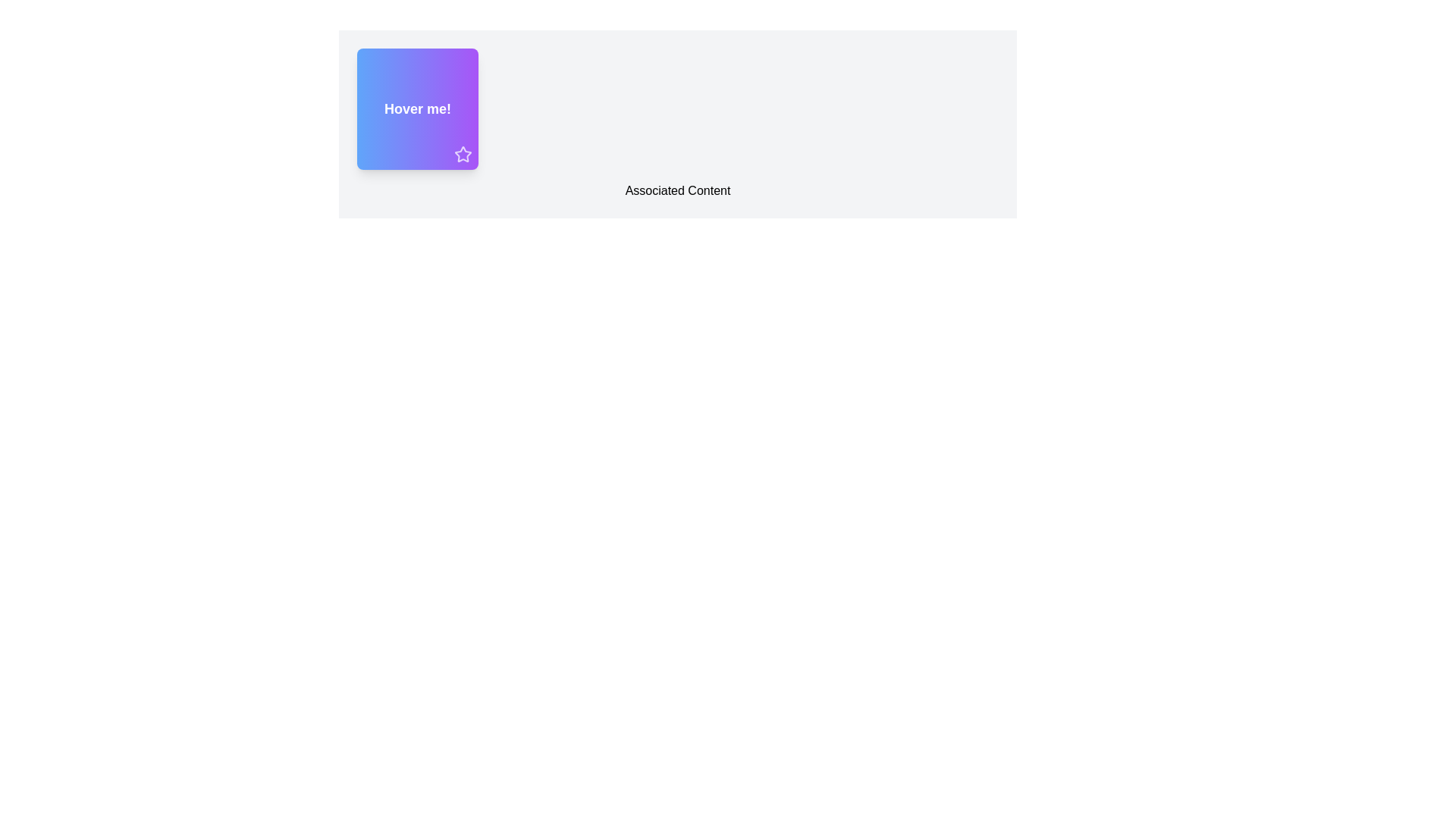 The image size is (1456, 819). What do you see at coordinates (462, 154) in the screenshot?
I see `the star icon located in the bottom right corner of the card labeled 'Hover me!'` at bounding box center [462, 154].